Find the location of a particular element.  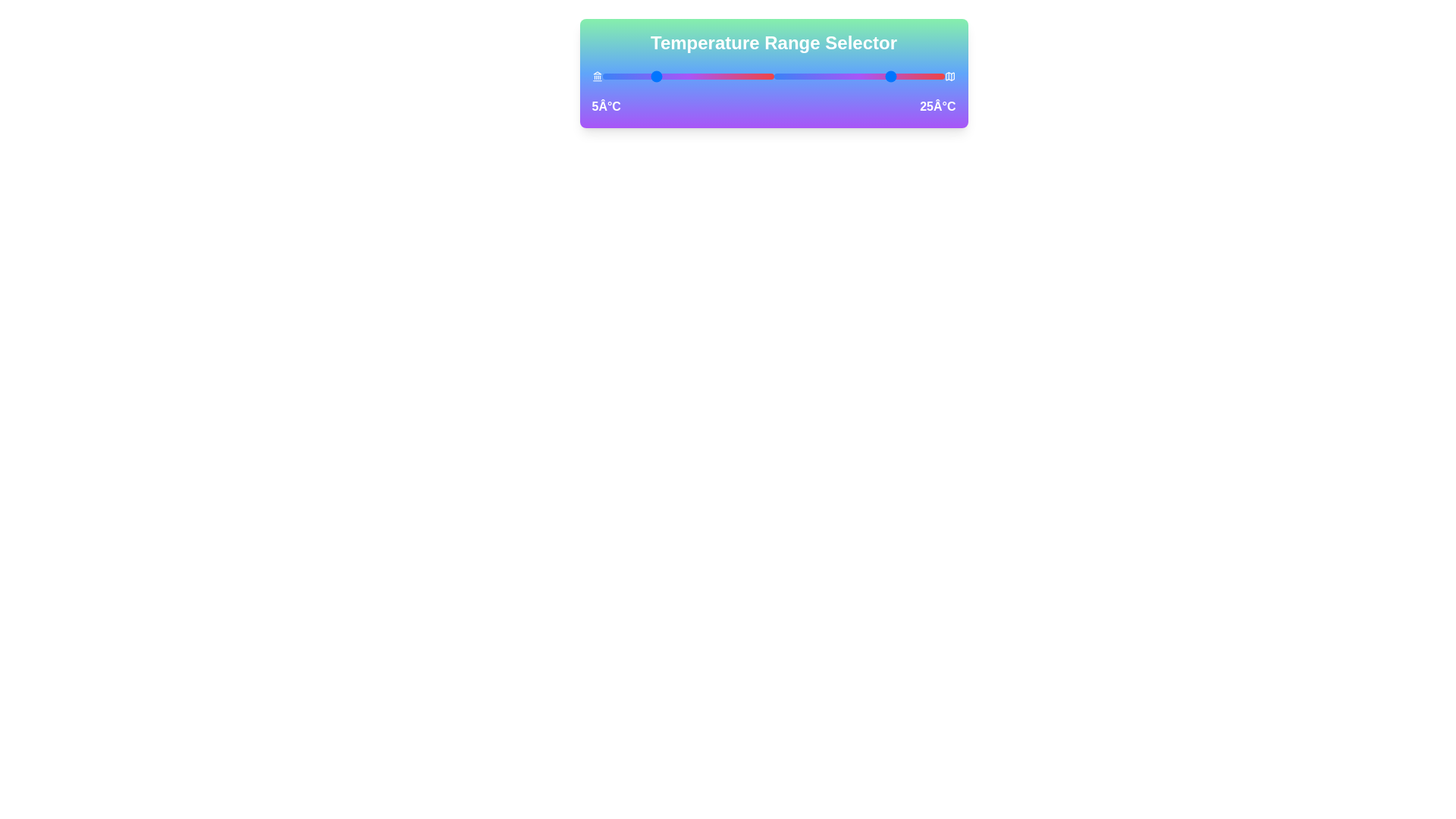

the left temperature slider to 9°C is located at coordinates (667, 76).